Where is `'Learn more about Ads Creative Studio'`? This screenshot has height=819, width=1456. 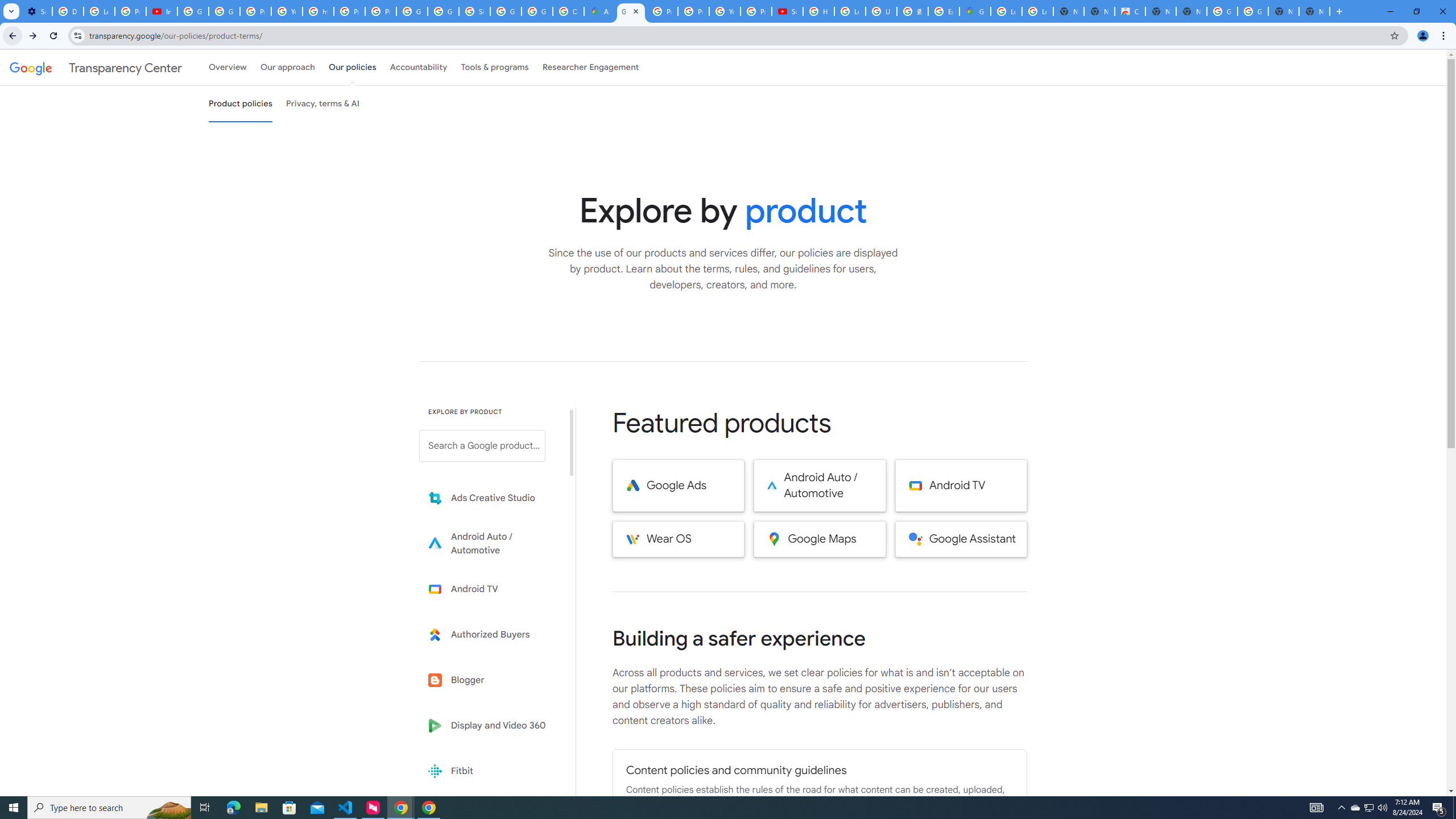 'Learn more about Ads Creative Studio' is located at coordinates (490, 498).